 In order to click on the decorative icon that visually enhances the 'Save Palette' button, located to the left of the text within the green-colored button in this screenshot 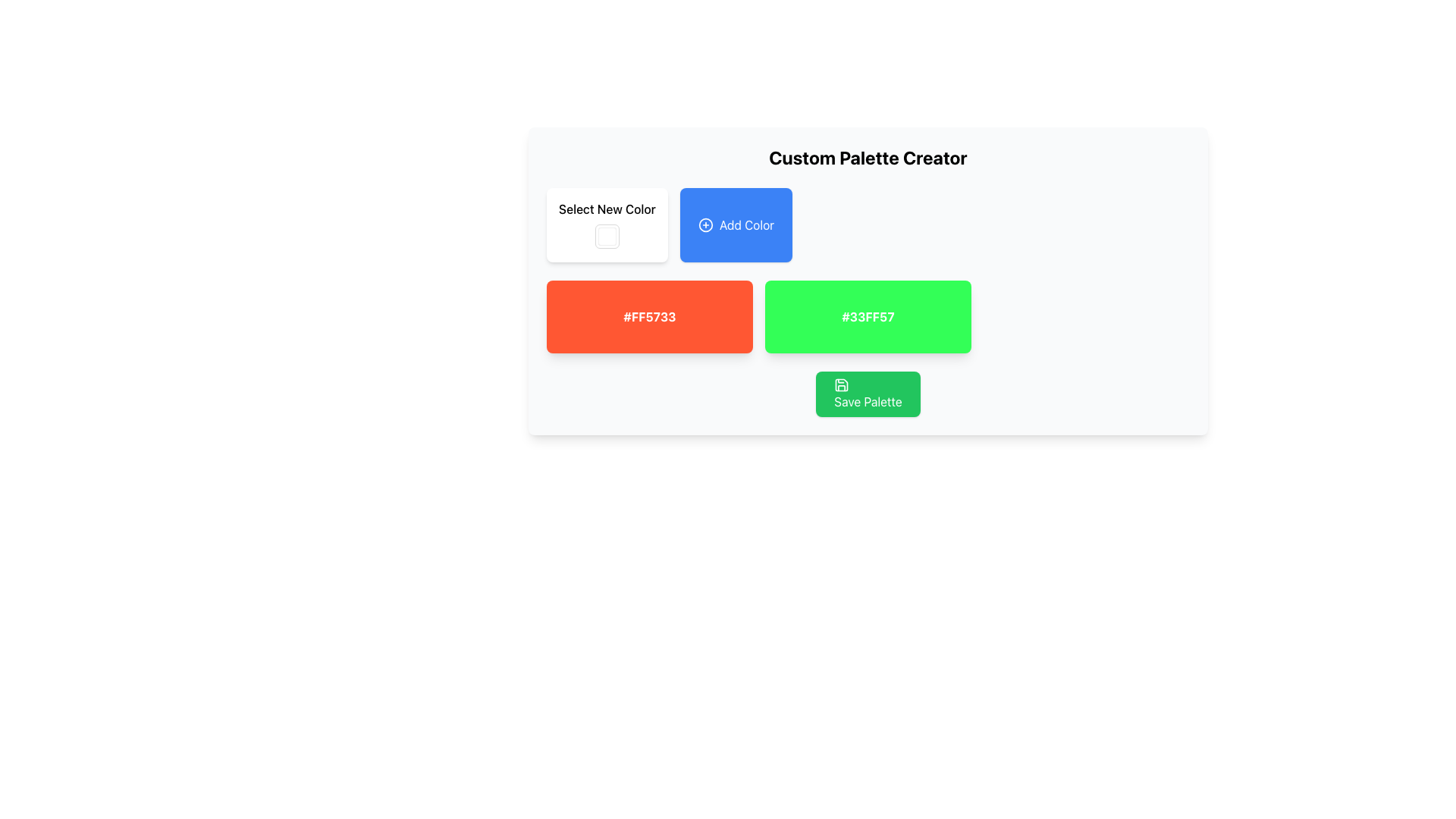, I will do `click(841, 384)`.